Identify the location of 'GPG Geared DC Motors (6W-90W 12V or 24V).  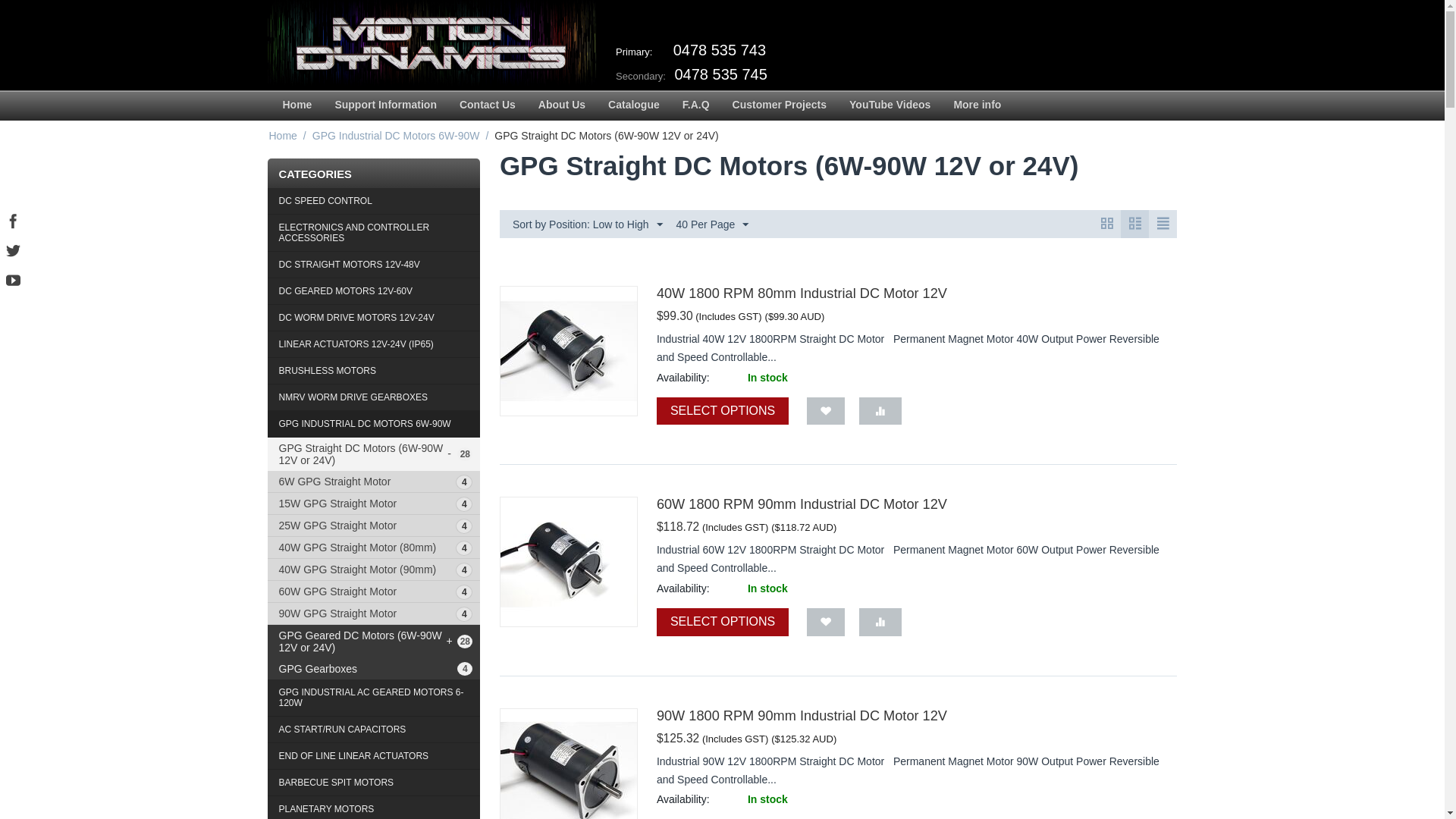
(373, 641).